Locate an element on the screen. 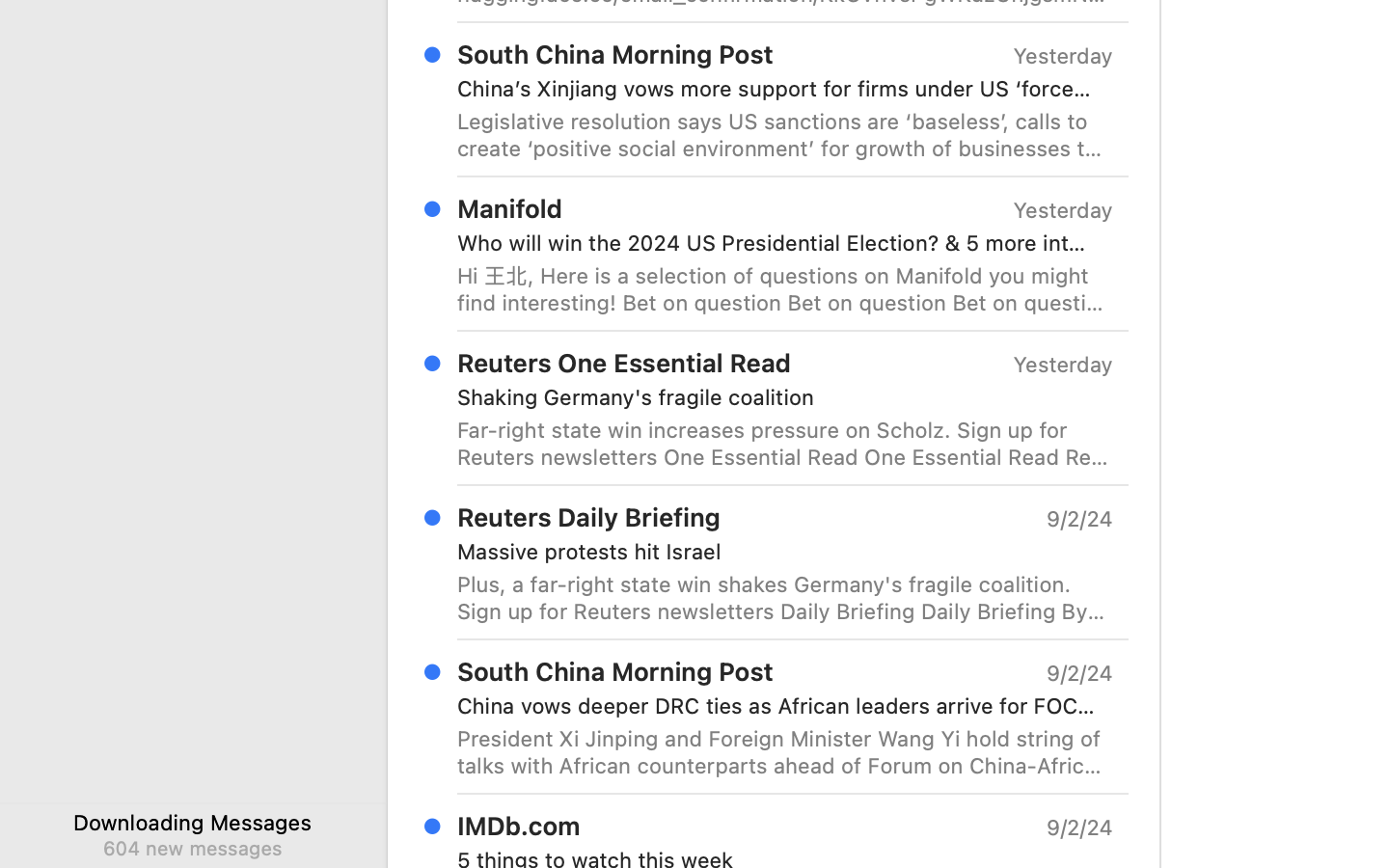  'Who will win the 2024 US Presidential Election? & 5 more interesting markets on Manifold' is located at coordinates (776, 242).